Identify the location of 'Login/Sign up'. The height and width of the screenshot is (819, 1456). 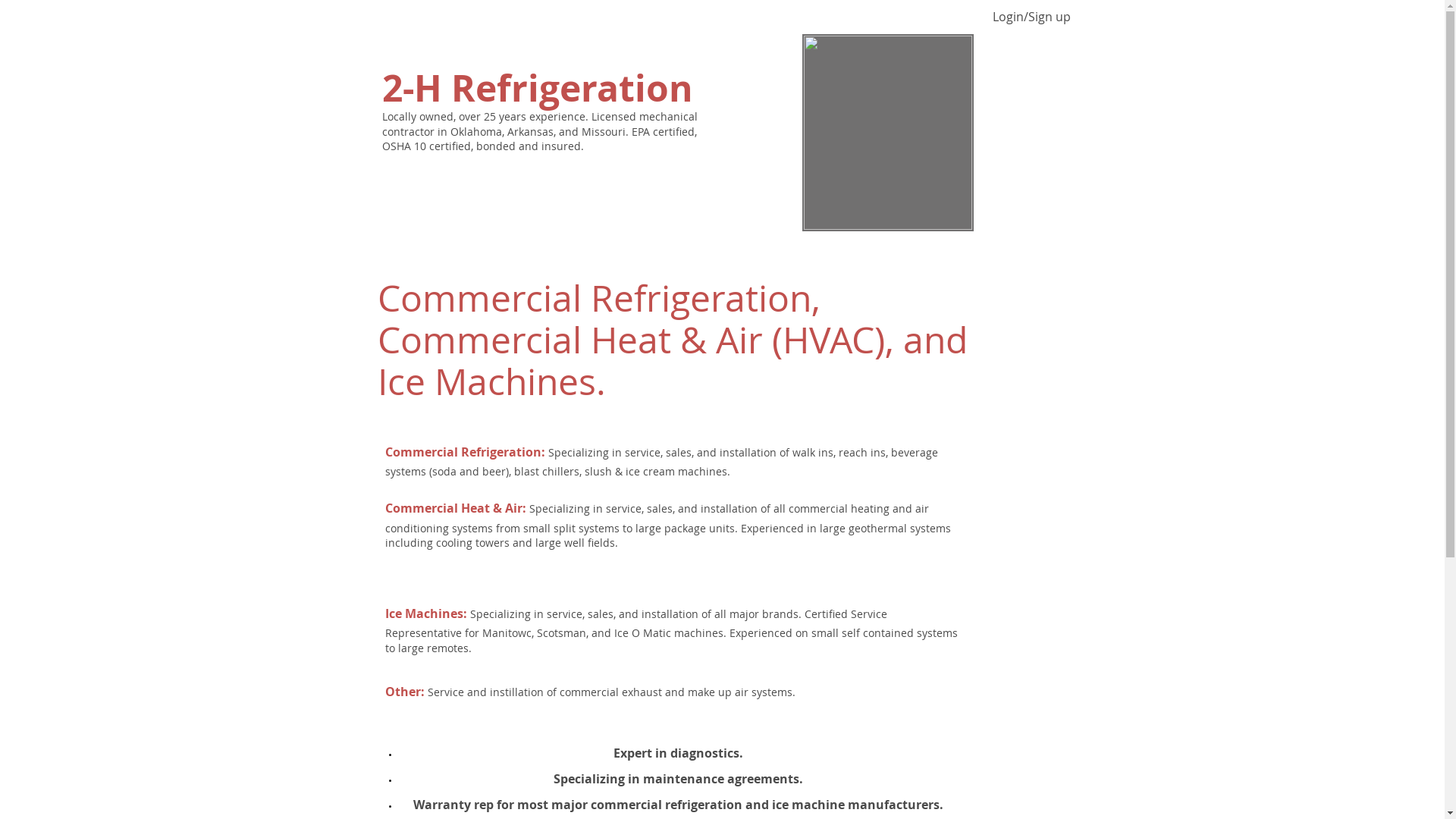
(1031, 17).